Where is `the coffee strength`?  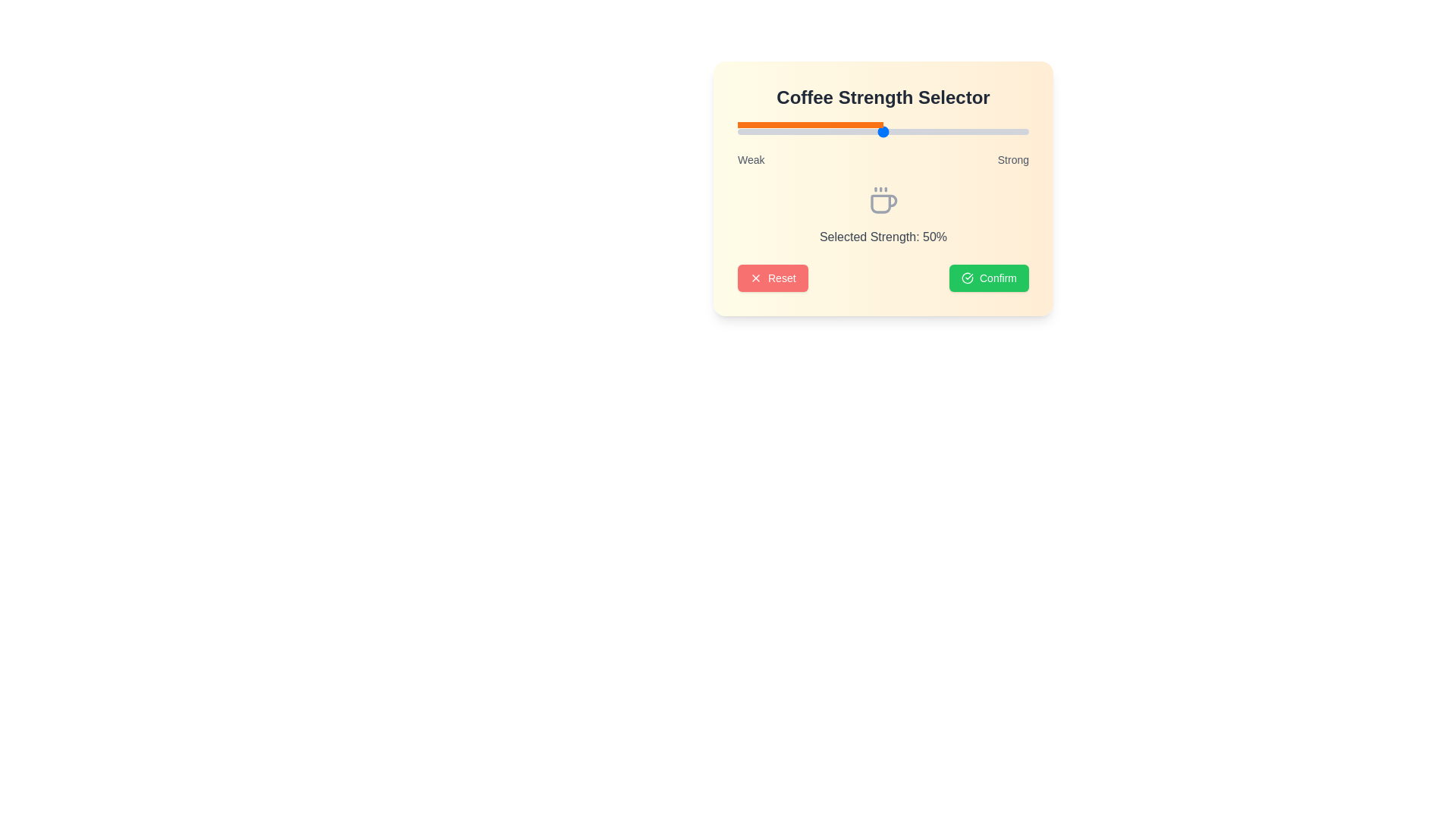
the coffee strength is located at coordinates (1023, 130).